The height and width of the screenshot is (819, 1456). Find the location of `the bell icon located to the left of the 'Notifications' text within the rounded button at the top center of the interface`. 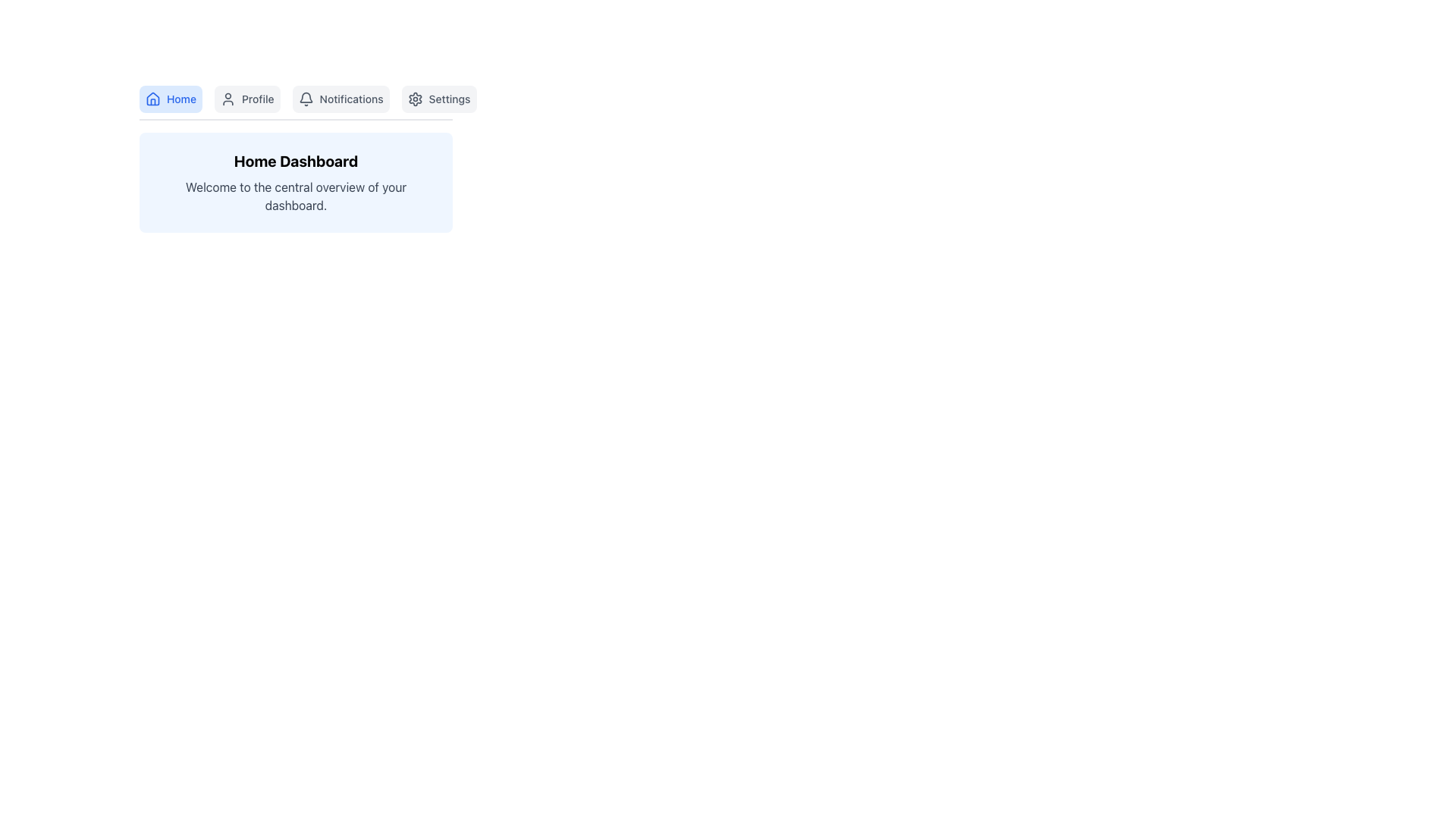

the bell icon located to the left of the 'Notifications' text within the rounded button at the top center of the interface is located at coordinates (305, 99).